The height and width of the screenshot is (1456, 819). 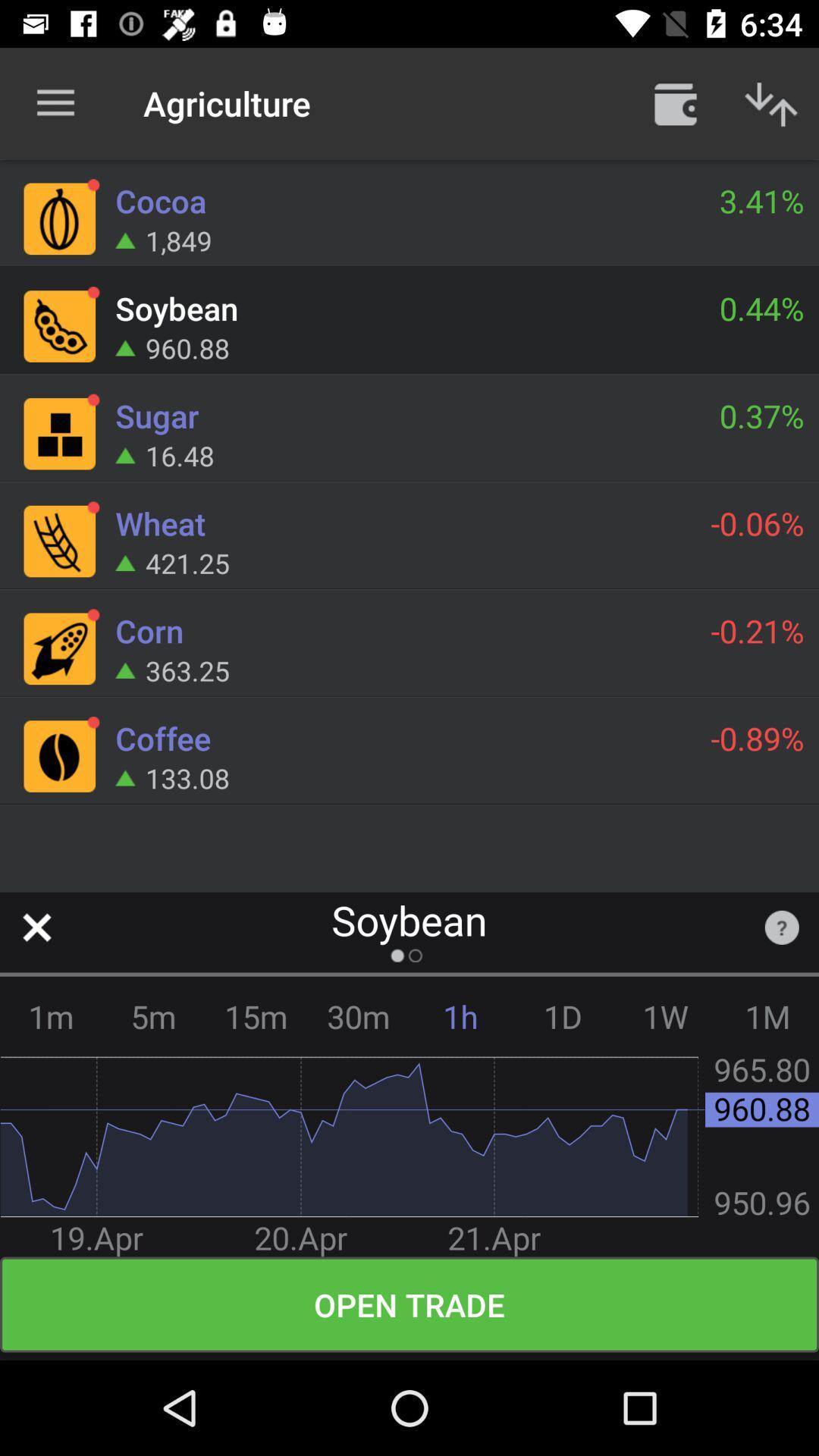 I want to click on help icon, so click(x=782, y=927).